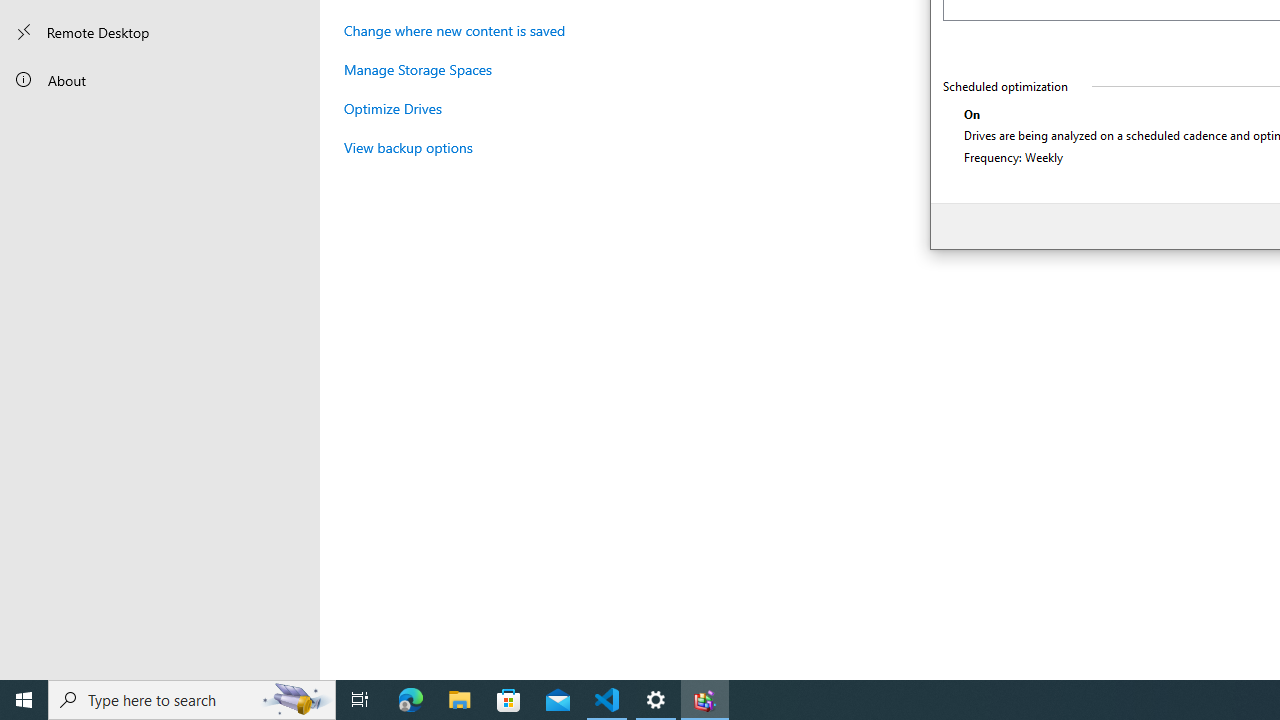 The image size is (1280, 720). What do you see at coordinates (24, 698) in the screenshot?
I see `'Start'` at bounding box center [24, 698].